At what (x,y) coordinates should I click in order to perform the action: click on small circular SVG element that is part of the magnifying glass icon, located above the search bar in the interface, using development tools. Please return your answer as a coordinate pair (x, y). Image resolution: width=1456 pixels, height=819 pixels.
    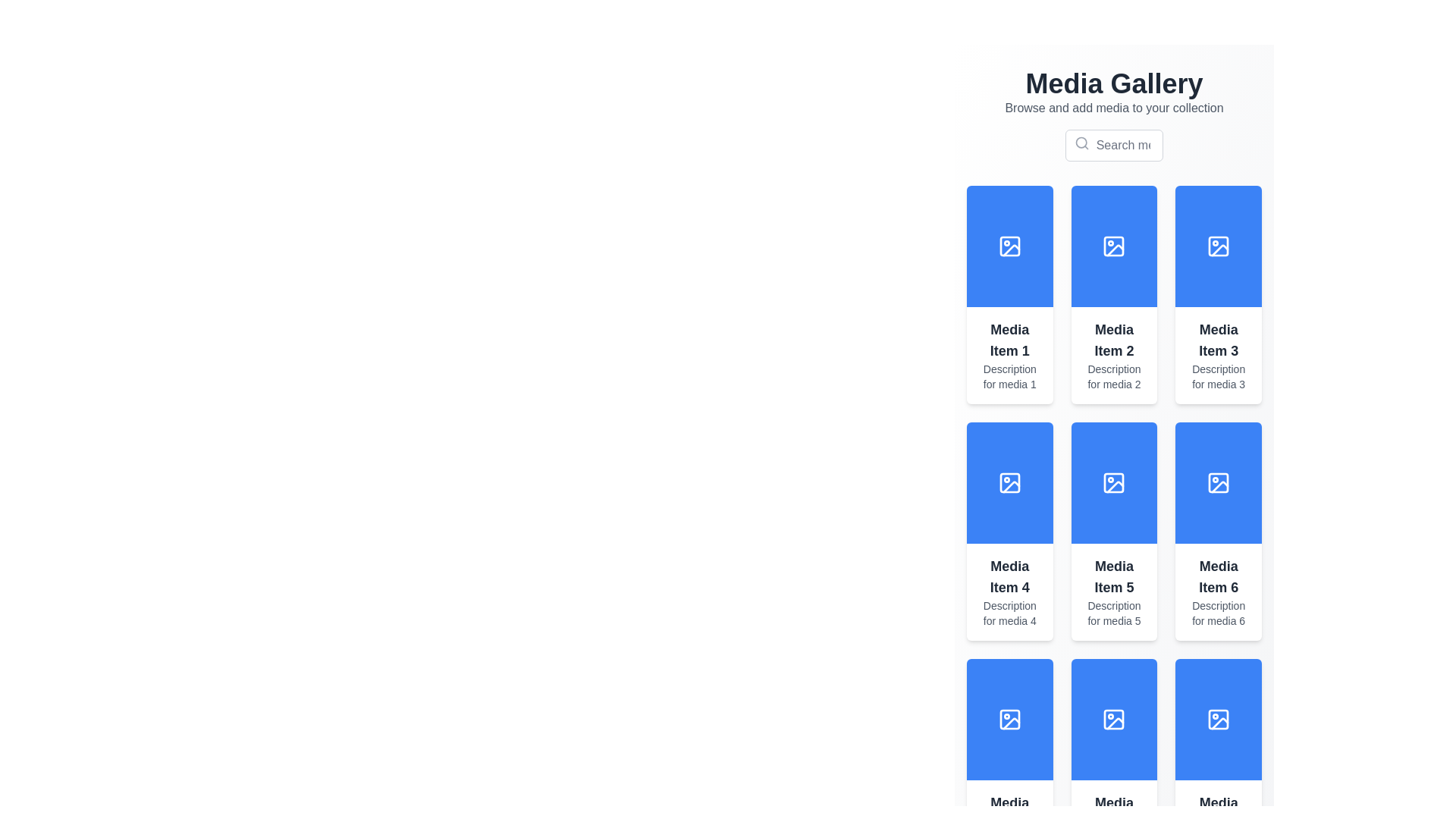
    Looking at the image, I should click on (1080, 143).